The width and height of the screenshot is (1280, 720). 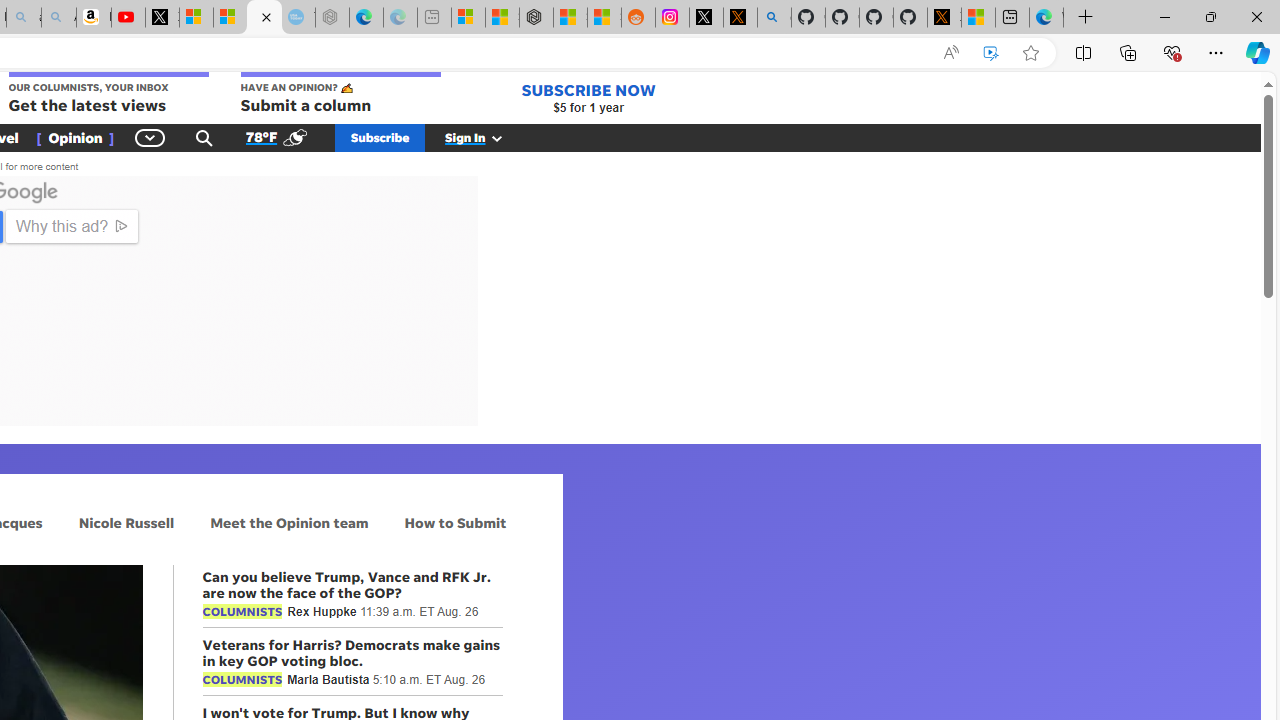 What do you see at coordinates (454, 521) in the screenshot?
I see `'How to Submit'` at bounding box center [454, 521].